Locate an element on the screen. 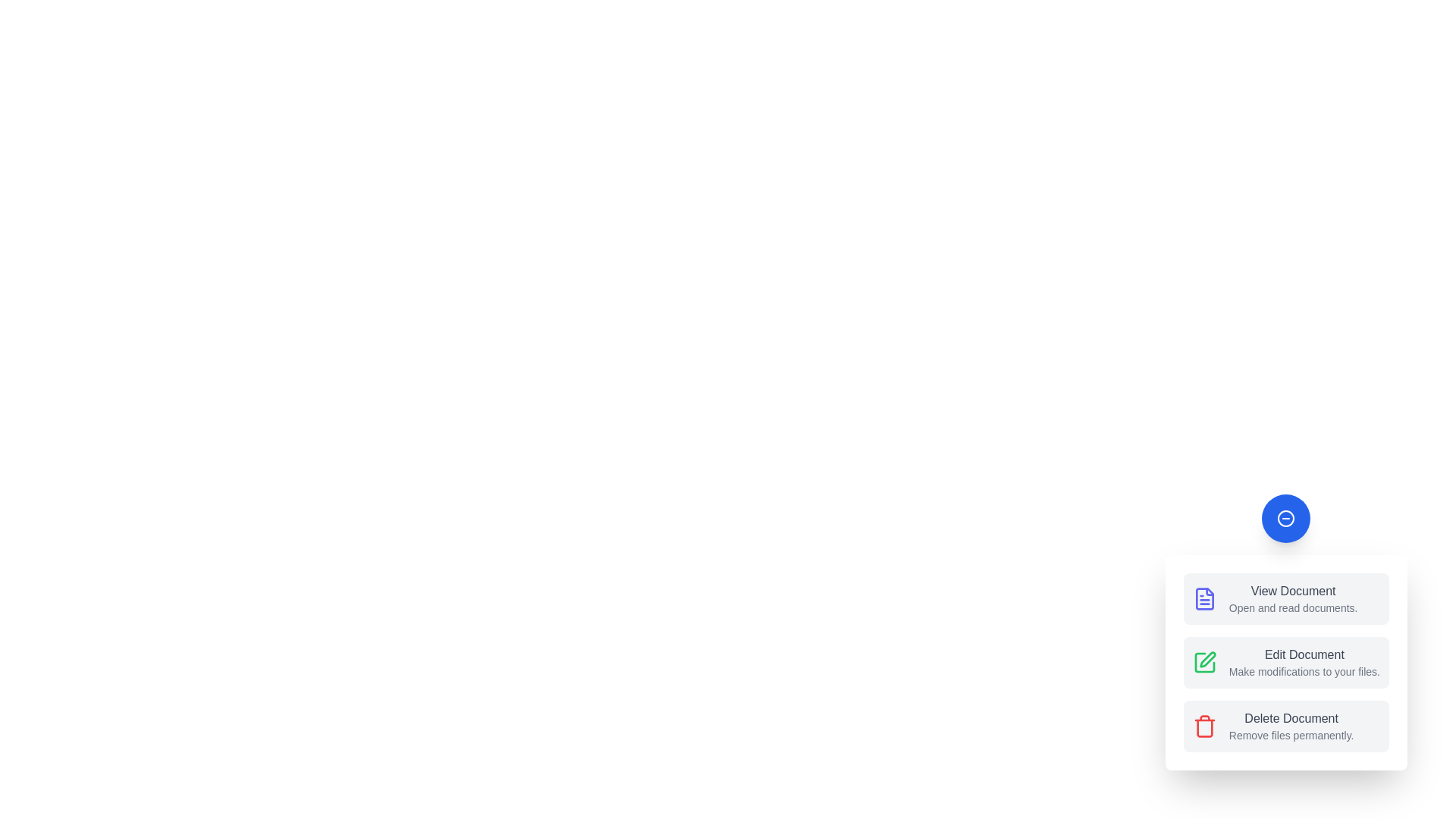  toggle button to collapse the speed dial menu is located at coordinates (1285, 517).